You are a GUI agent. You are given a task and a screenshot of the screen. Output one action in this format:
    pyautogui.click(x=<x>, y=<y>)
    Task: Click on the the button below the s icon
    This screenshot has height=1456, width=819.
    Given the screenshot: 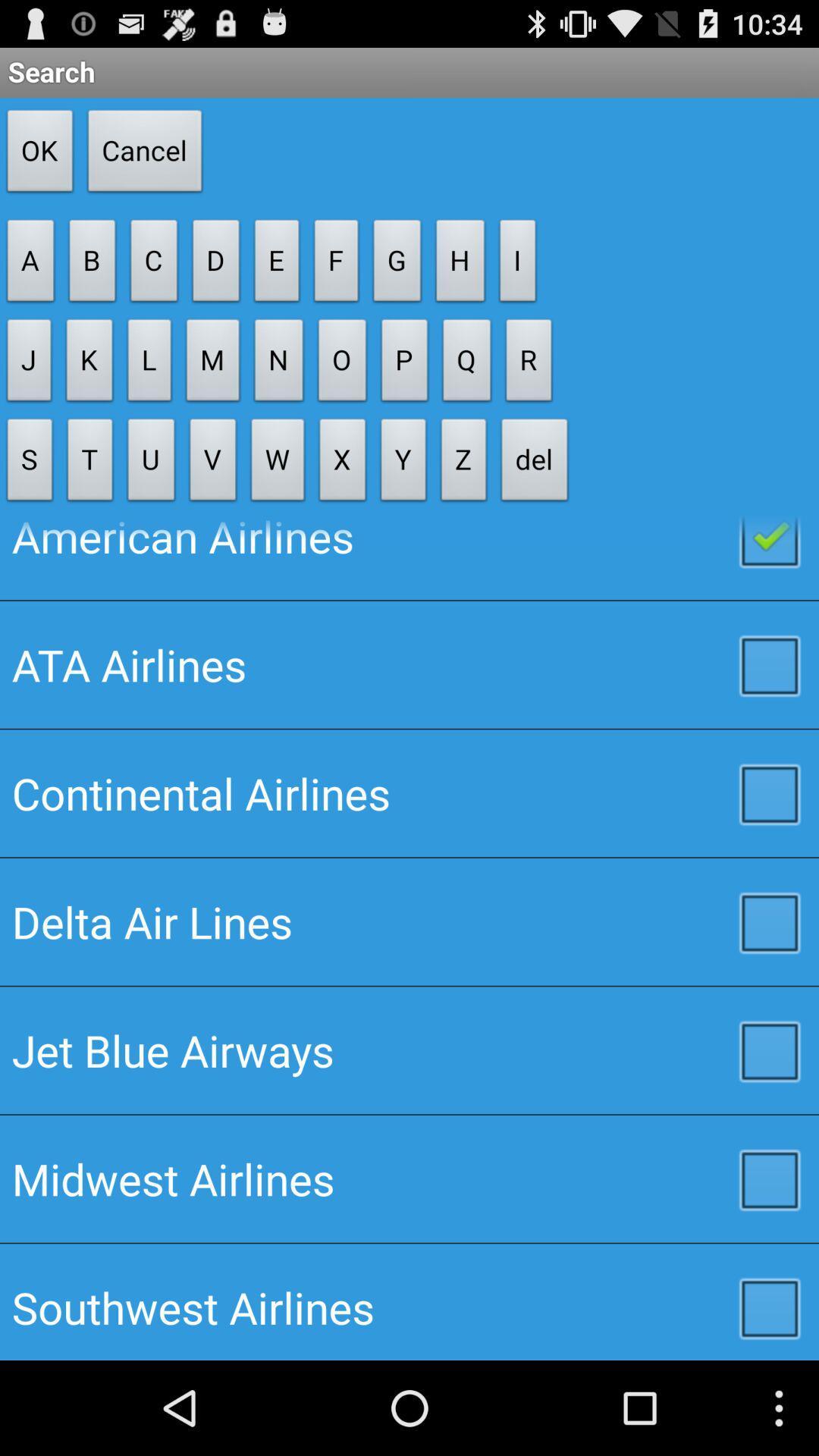 What is the action you would take?
    pyautogui.click(x=409, y=557)
    